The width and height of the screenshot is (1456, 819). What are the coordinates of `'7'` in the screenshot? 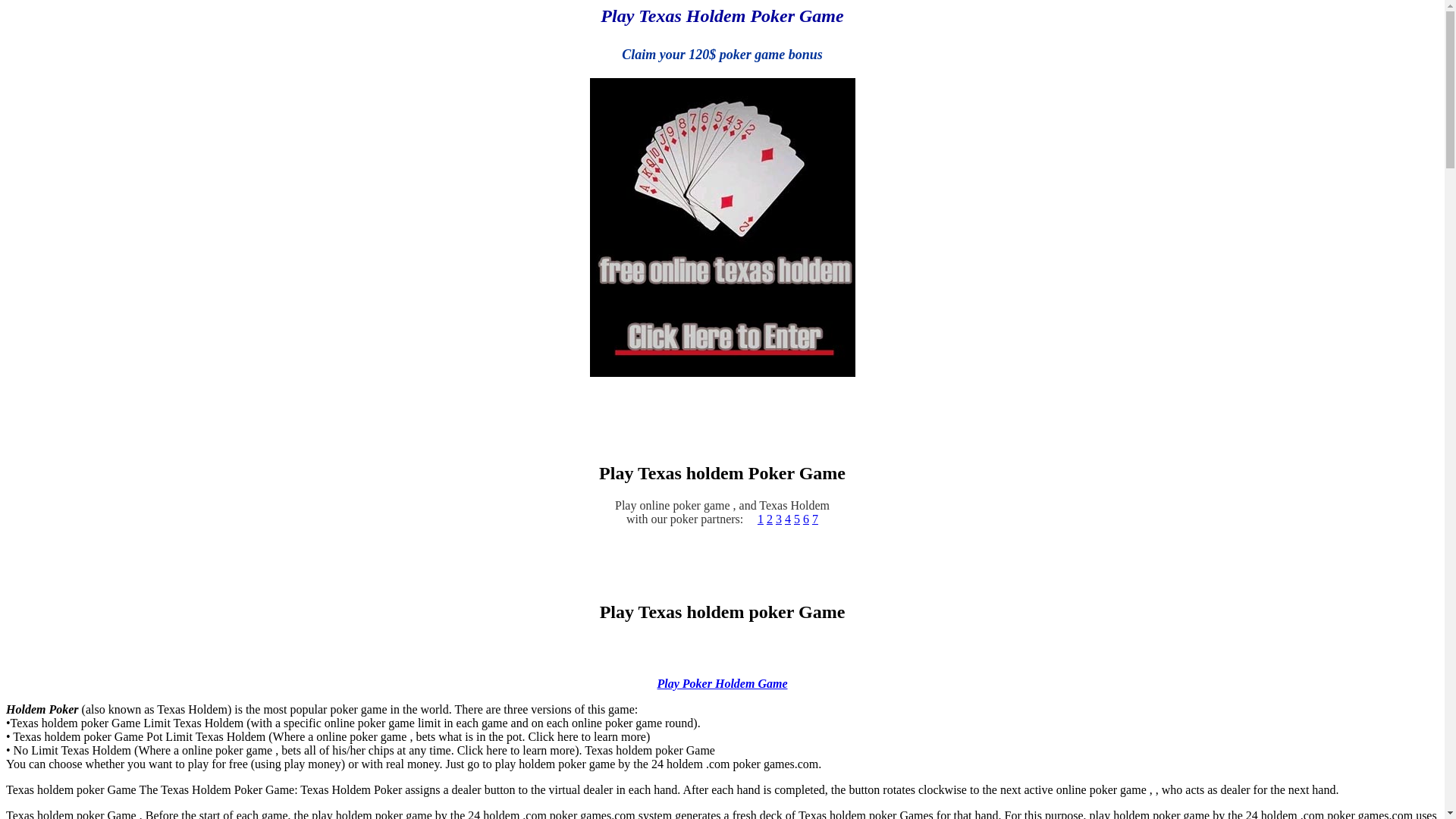 It's located at (814, 518).